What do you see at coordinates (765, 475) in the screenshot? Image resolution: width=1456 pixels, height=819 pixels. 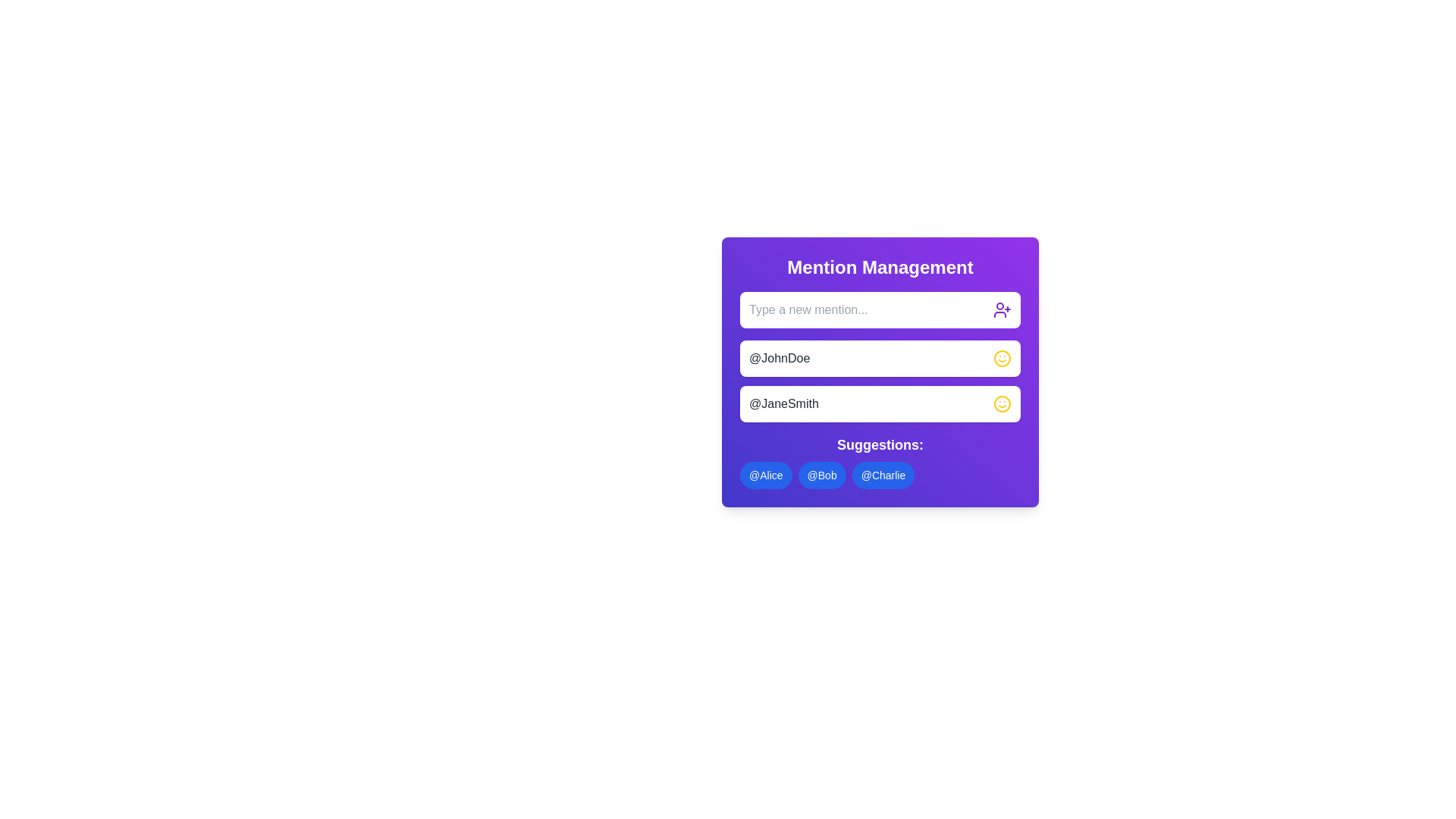 I see `the first button under the 'Suggestions' section in the 'Mention Management' panel` at bounding box center [765, 475].